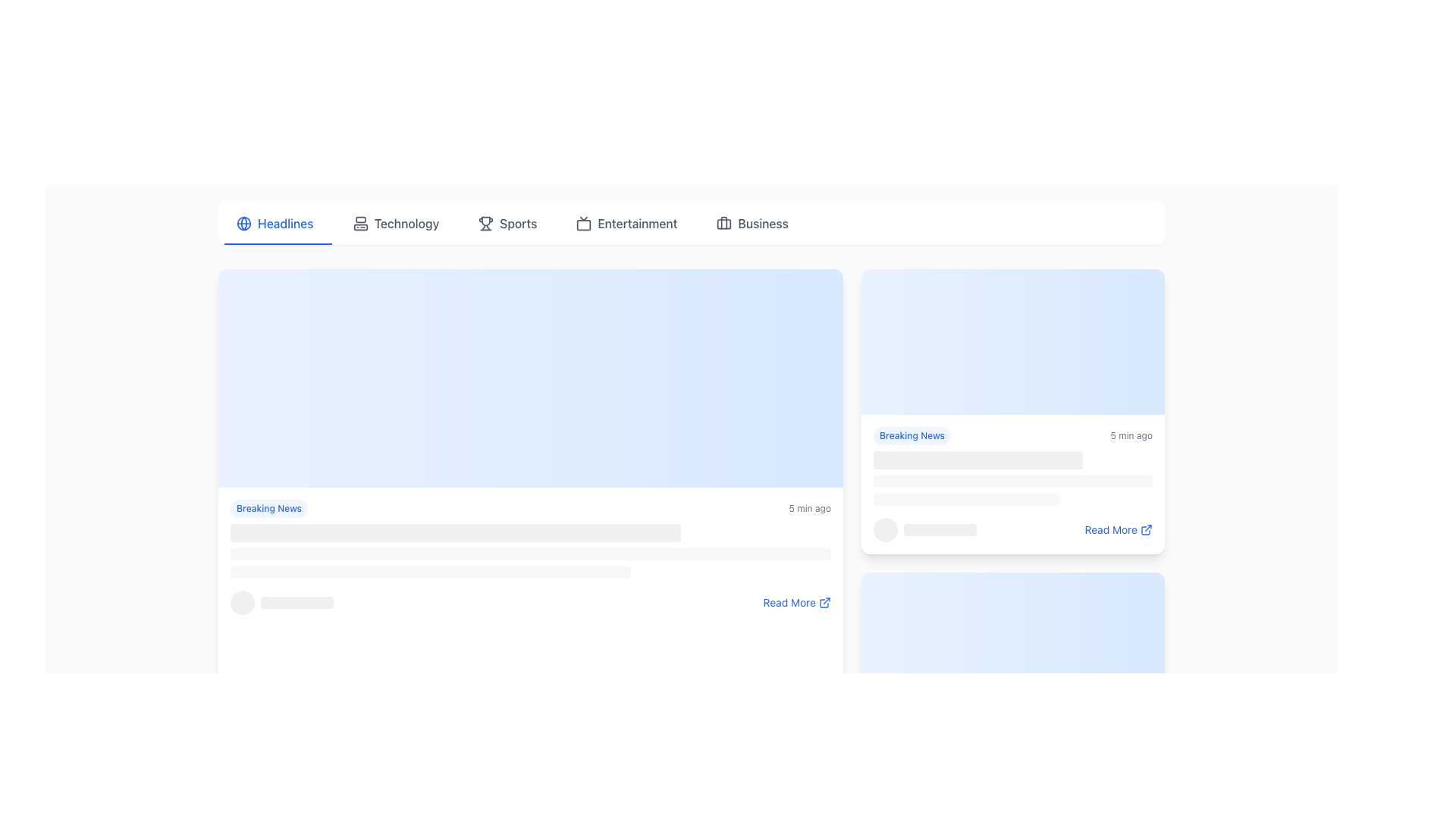 The height and width of the screenshot is (819, 1456). What do you see at coordinates (486, 223) in the screenshot?
I see `the 'Sports' icon in the navigation menu, which visually represents the 'Sports' category situated between the 'Technology' and 'Entertainment' buttons` at bounding box center [486, 223].